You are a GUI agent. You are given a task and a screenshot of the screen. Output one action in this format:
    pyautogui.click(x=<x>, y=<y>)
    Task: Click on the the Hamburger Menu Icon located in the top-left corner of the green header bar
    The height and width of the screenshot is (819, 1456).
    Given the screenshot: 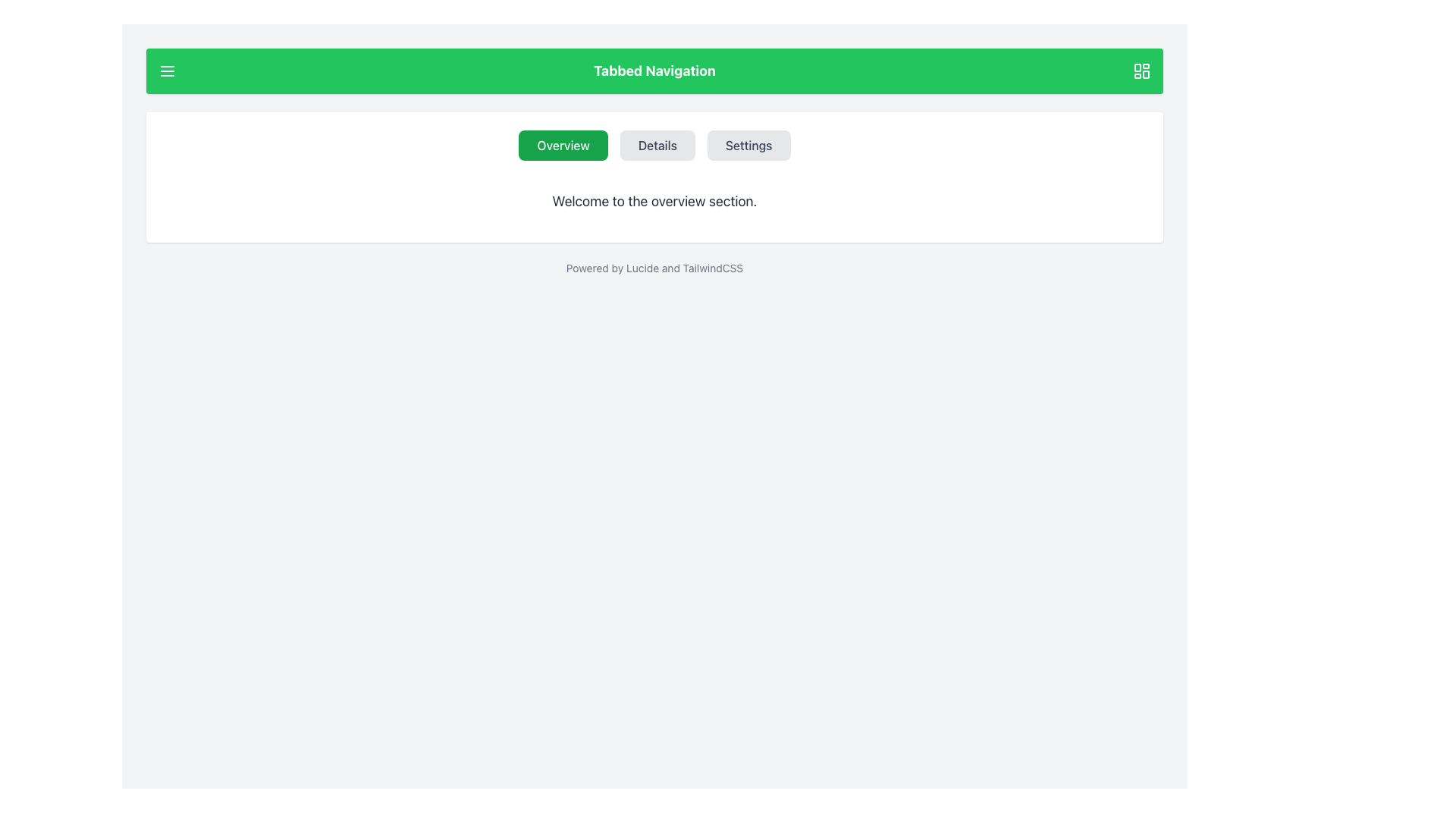 What is the action you would take?
    pyautogui.click(x=167, y=71)
    